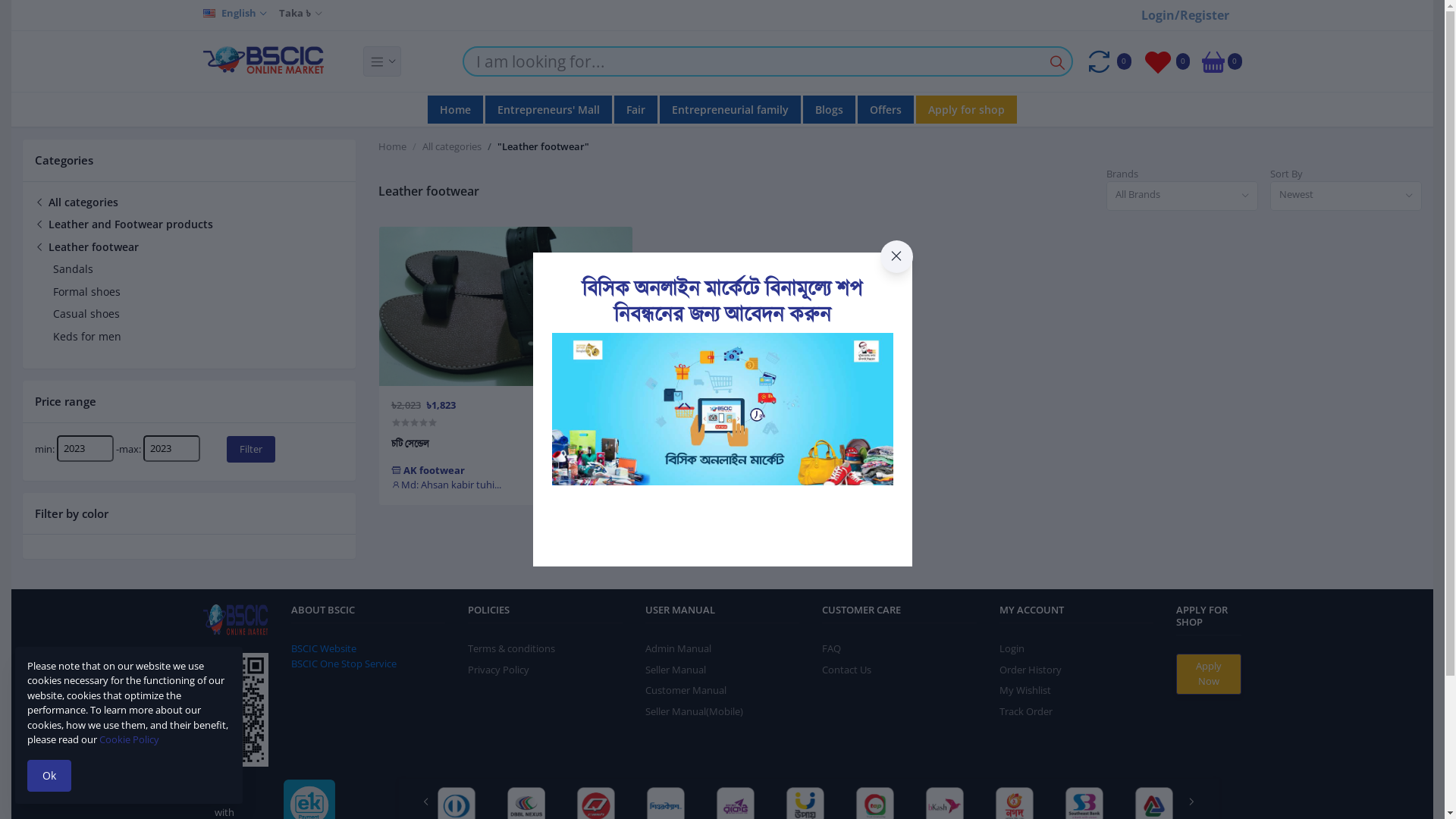 The height and width of the screenshot is (819, 1456). Describe the element at coordinates (86, 335) in the screenshot. I see `'Keds for men'` at that location.